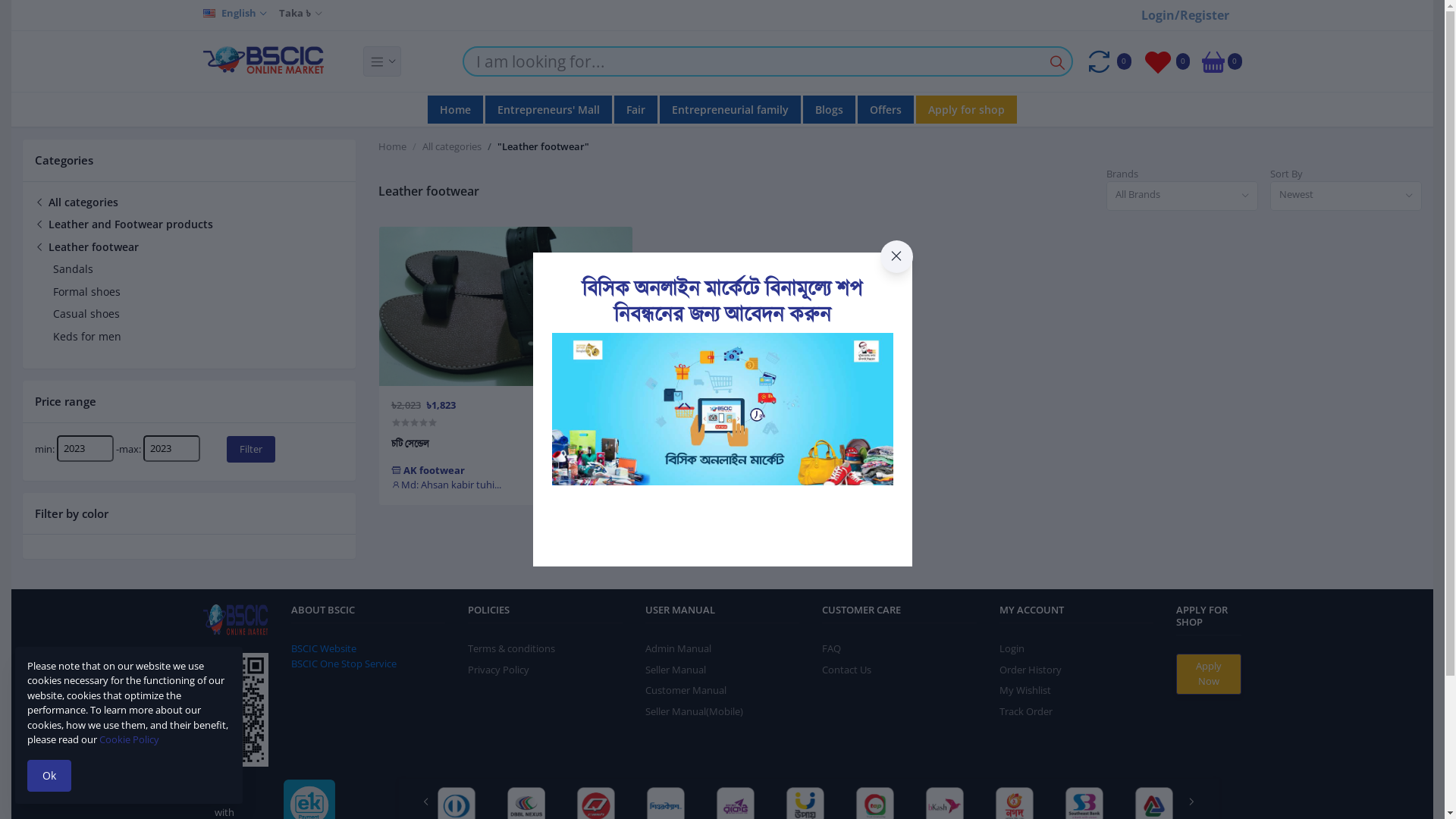 The height and width of the screenshot is (819, 1456). Describe the element at coordinates (86, 335) in the screenshot. I see `'Keds for men'` at that location.